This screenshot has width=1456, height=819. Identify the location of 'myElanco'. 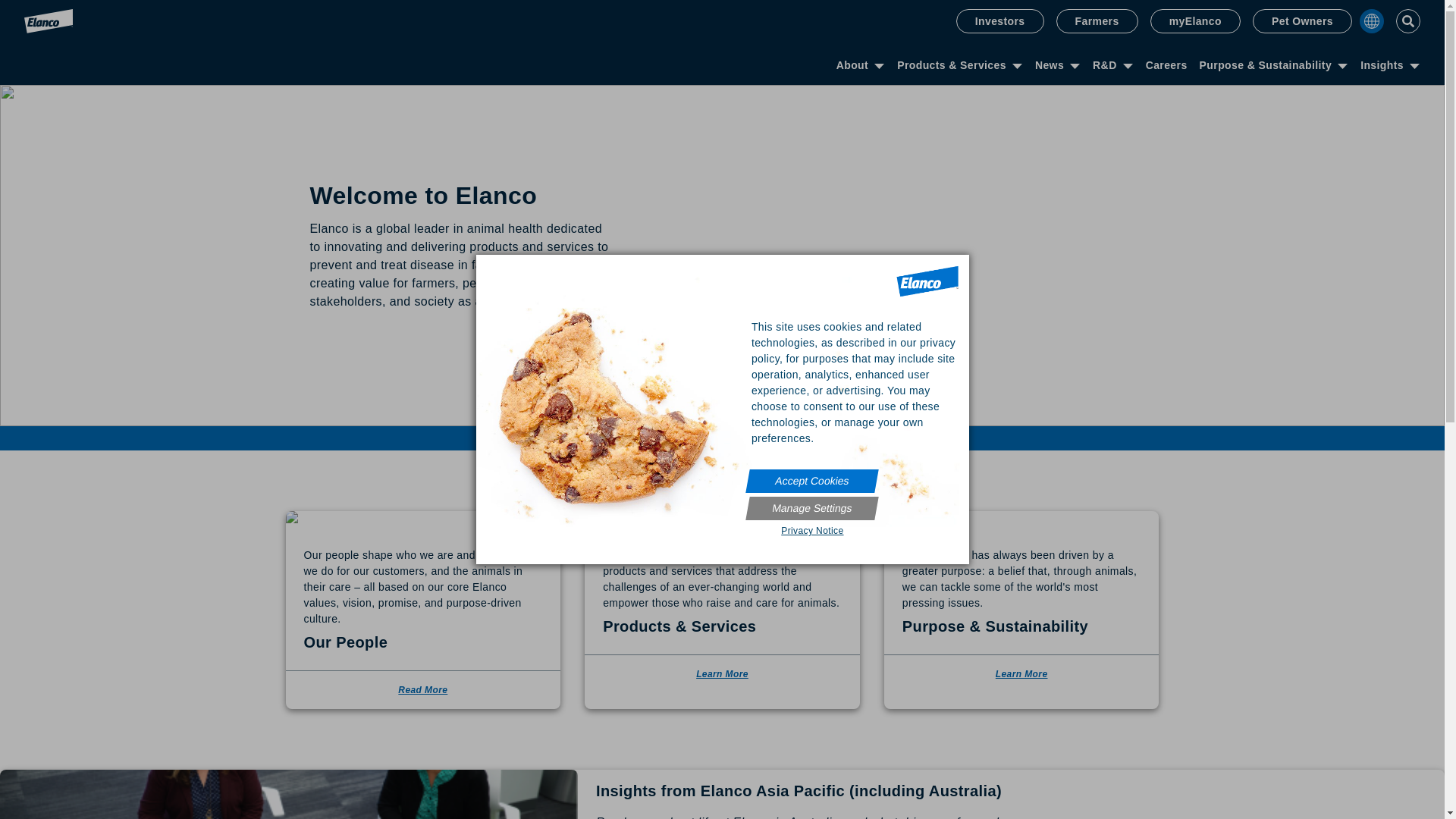
(1194, 20).